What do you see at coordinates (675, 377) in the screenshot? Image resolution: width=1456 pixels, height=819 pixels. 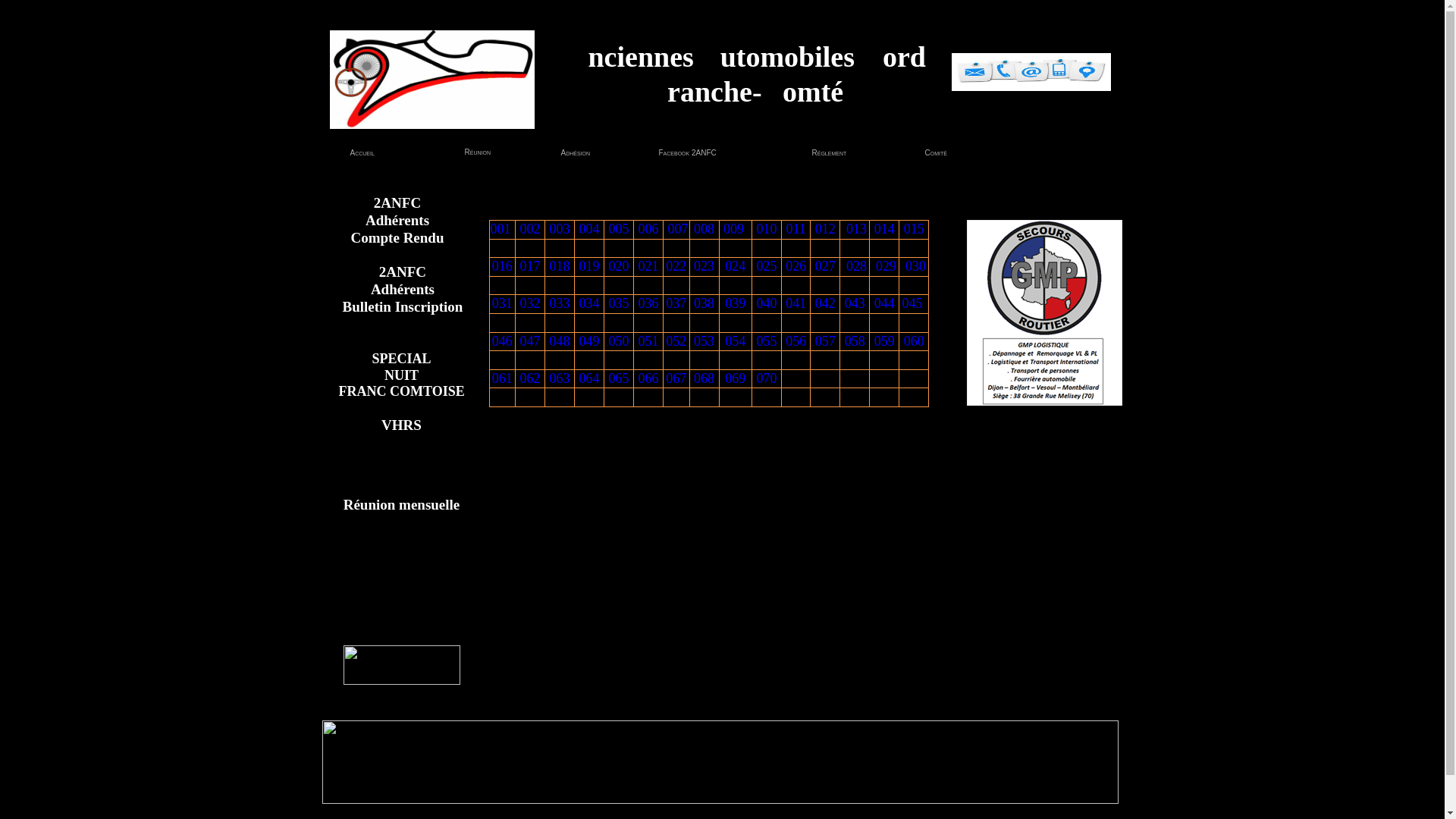 I see `'067'` at bounding box center [675, 377].